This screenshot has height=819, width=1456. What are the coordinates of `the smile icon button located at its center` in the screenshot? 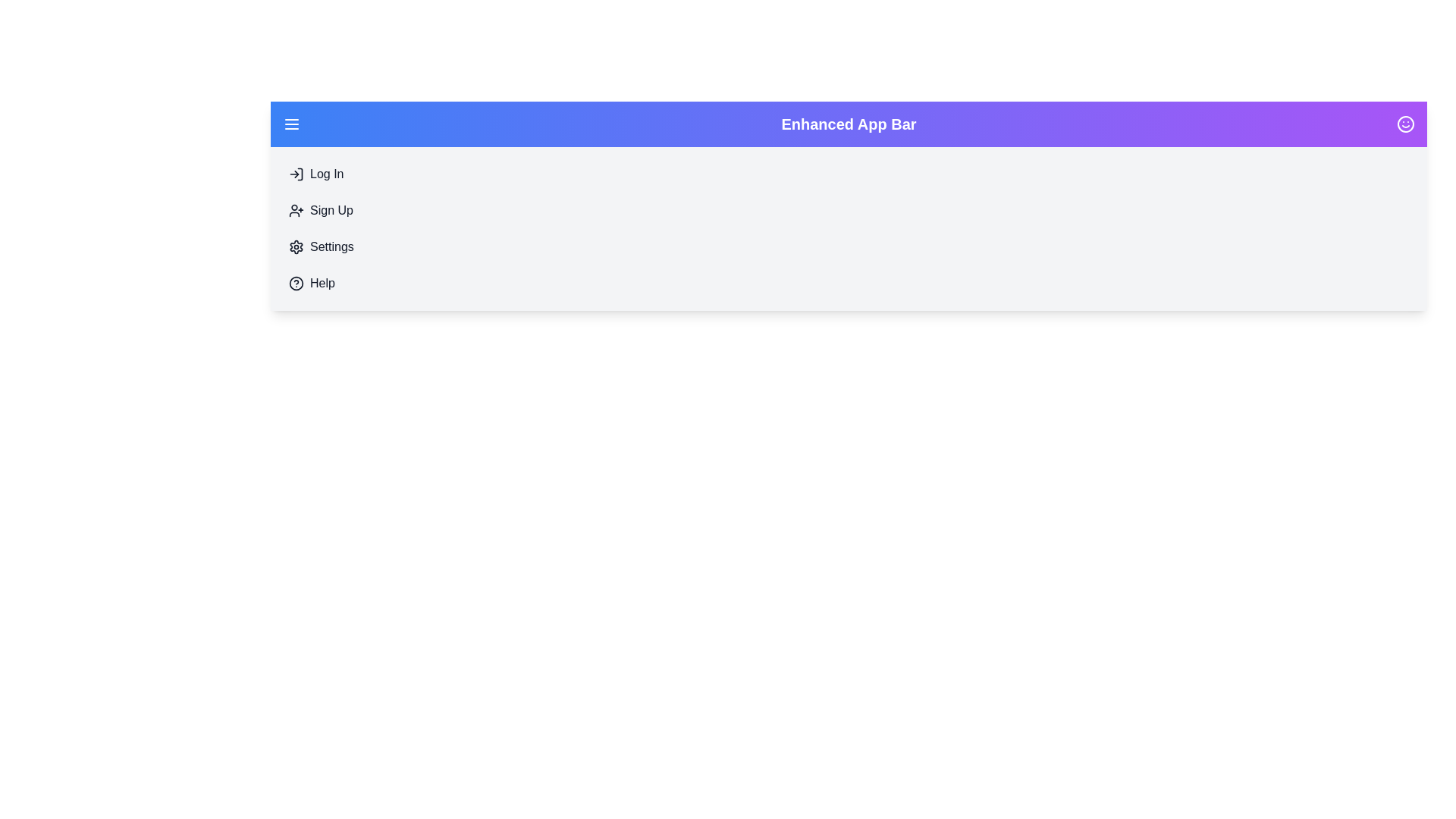 It's located at (1404, 124).